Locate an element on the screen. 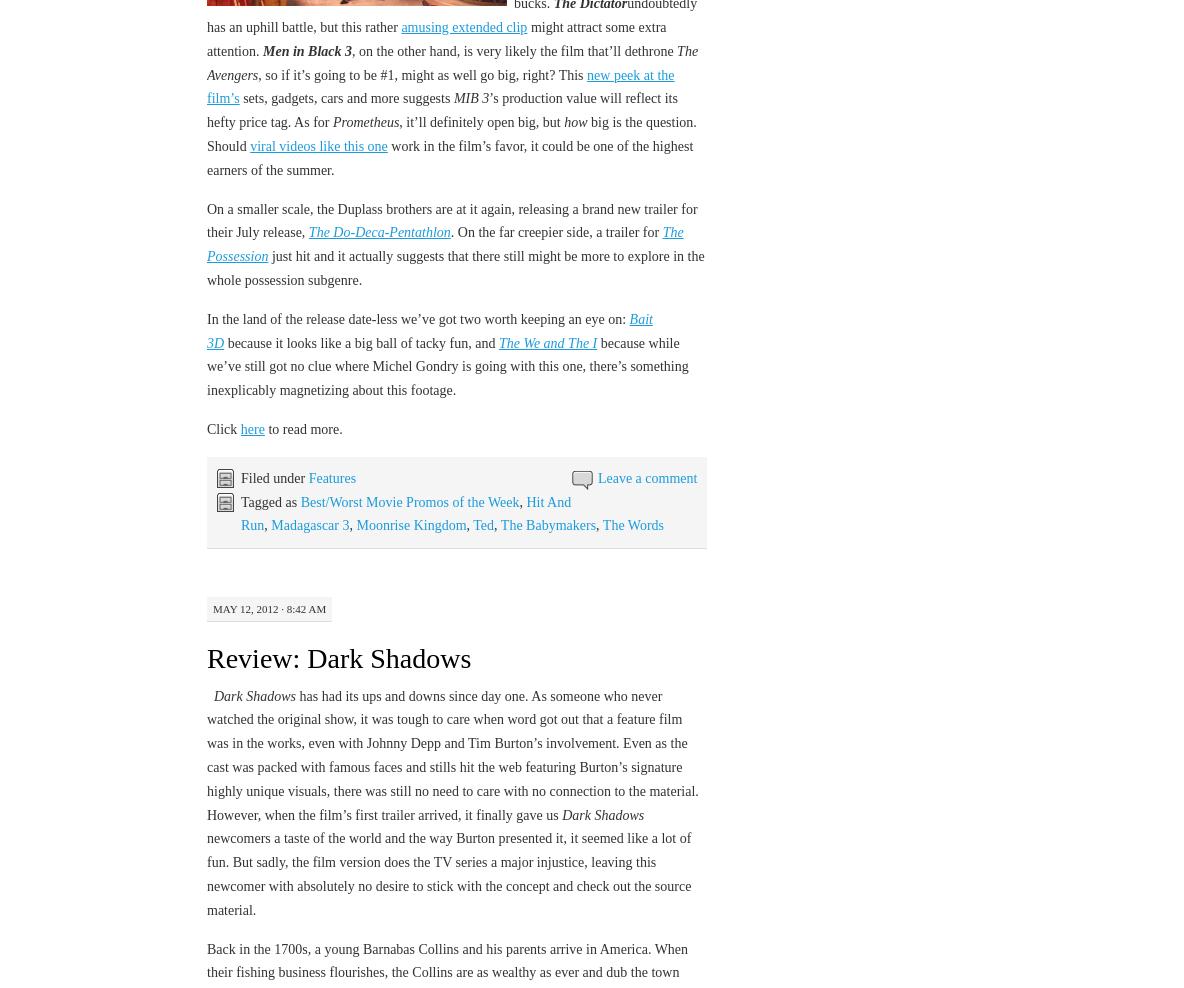 This screenshot has height=988, width=1184. '. On the far creepier side, a trailer for' is located at coordinates (556, 232).